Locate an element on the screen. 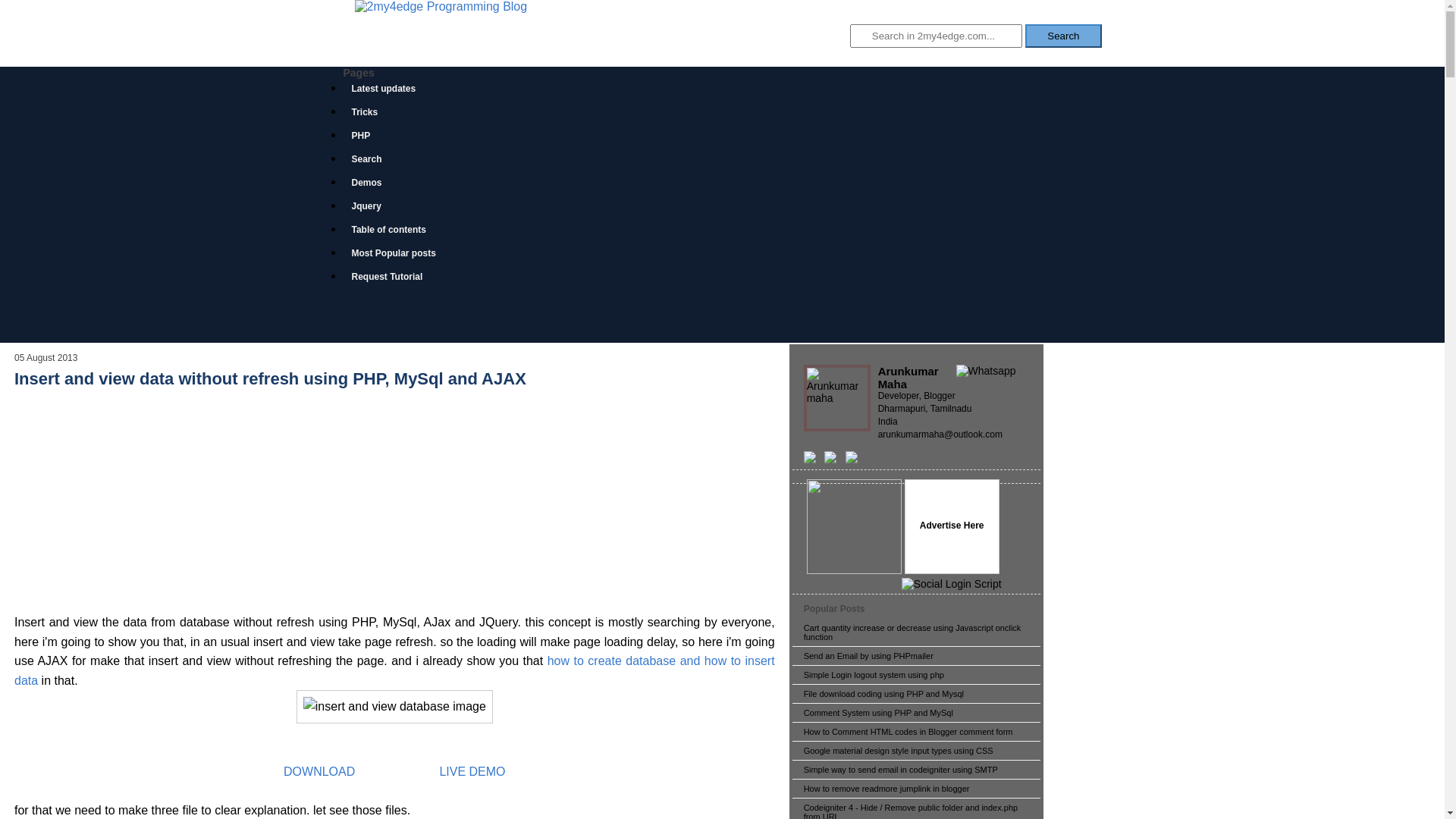  'Advertise Here' is located at coordinates (951, 526).